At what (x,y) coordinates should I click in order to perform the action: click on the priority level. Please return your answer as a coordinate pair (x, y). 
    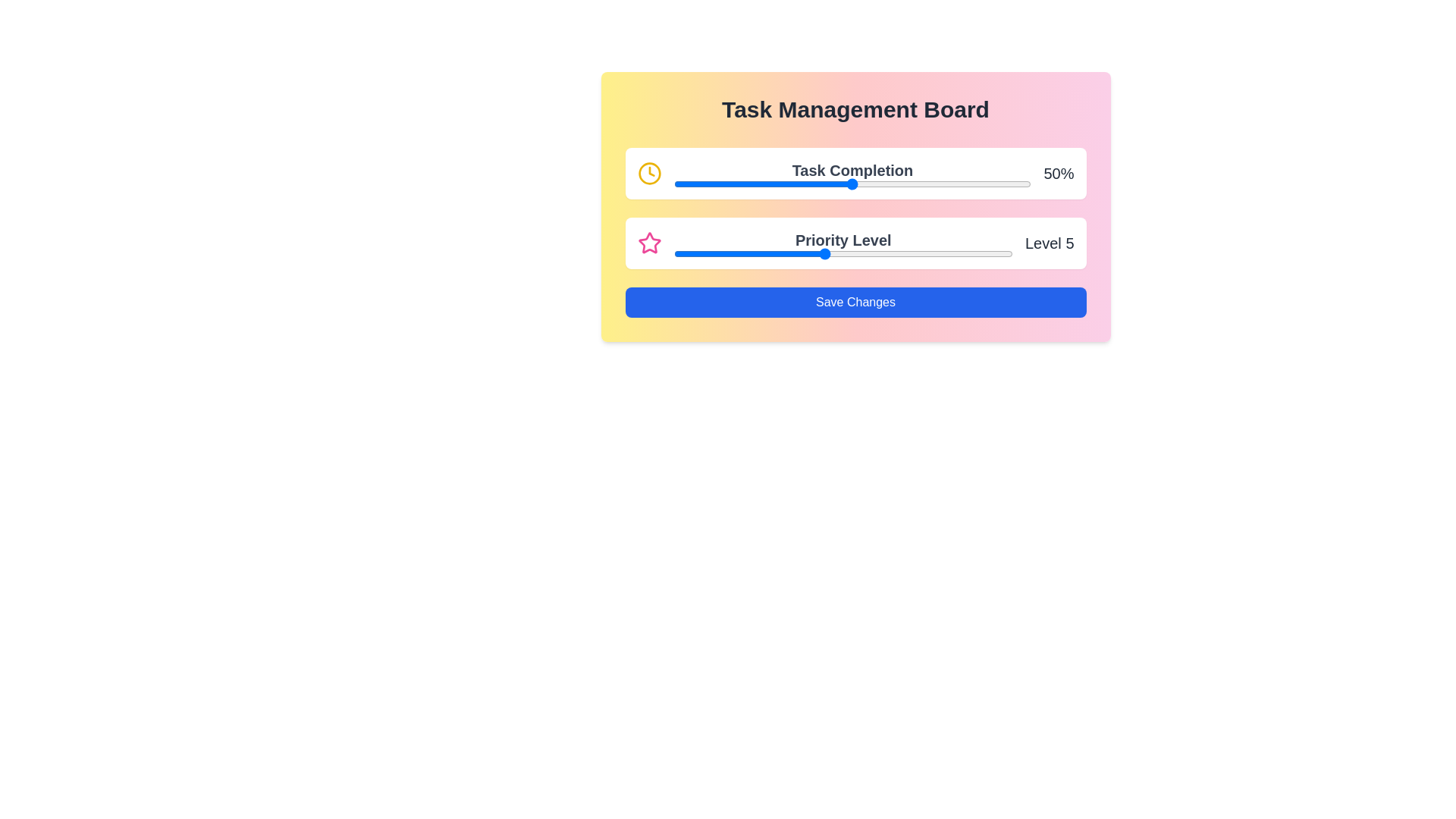
    Looking at the image, I should click on (899, 253).